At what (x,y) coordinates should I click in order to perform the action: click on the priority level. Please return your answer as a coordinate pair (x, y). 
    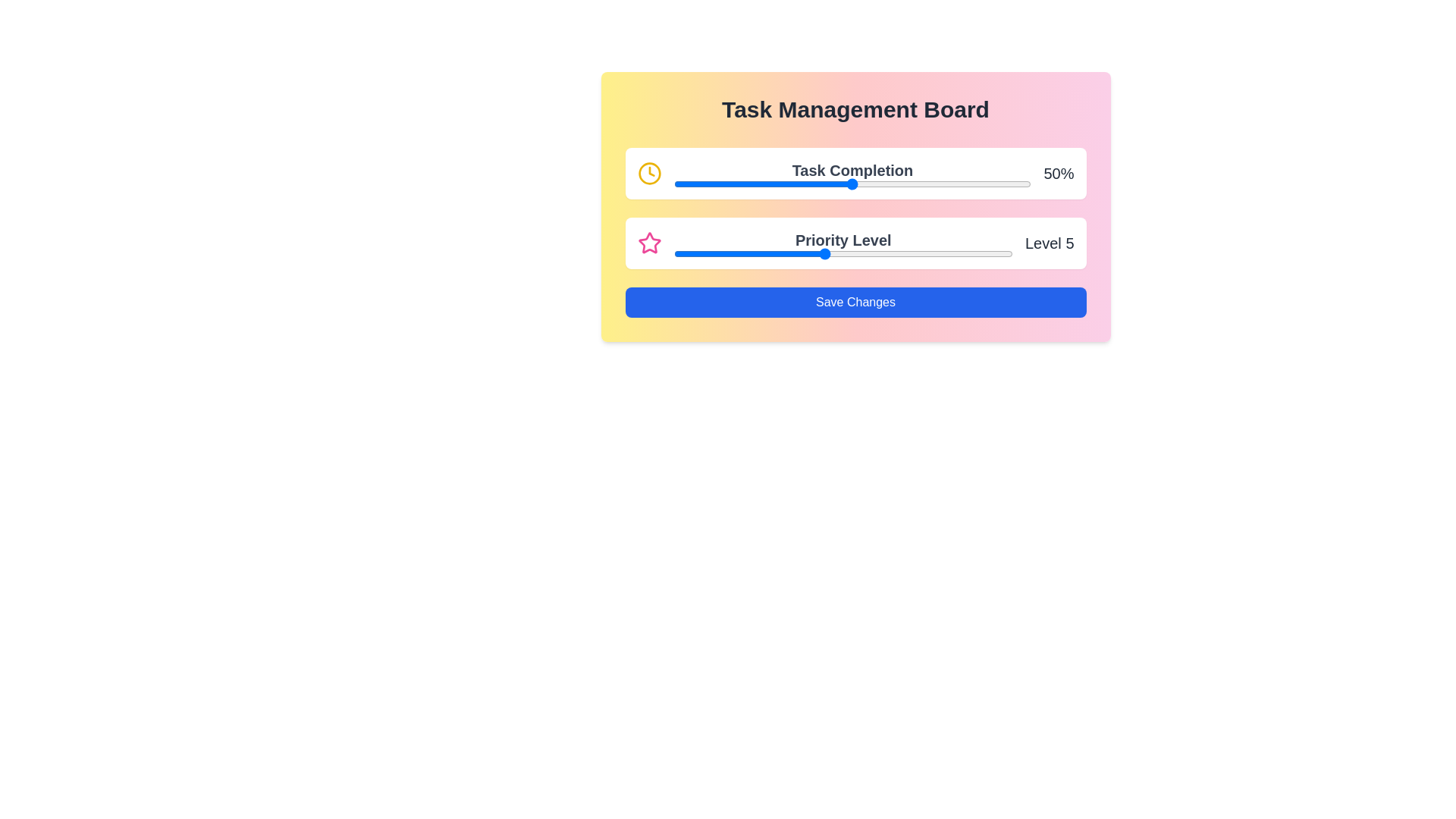
    Looking at the image, I should click on (899, 253).